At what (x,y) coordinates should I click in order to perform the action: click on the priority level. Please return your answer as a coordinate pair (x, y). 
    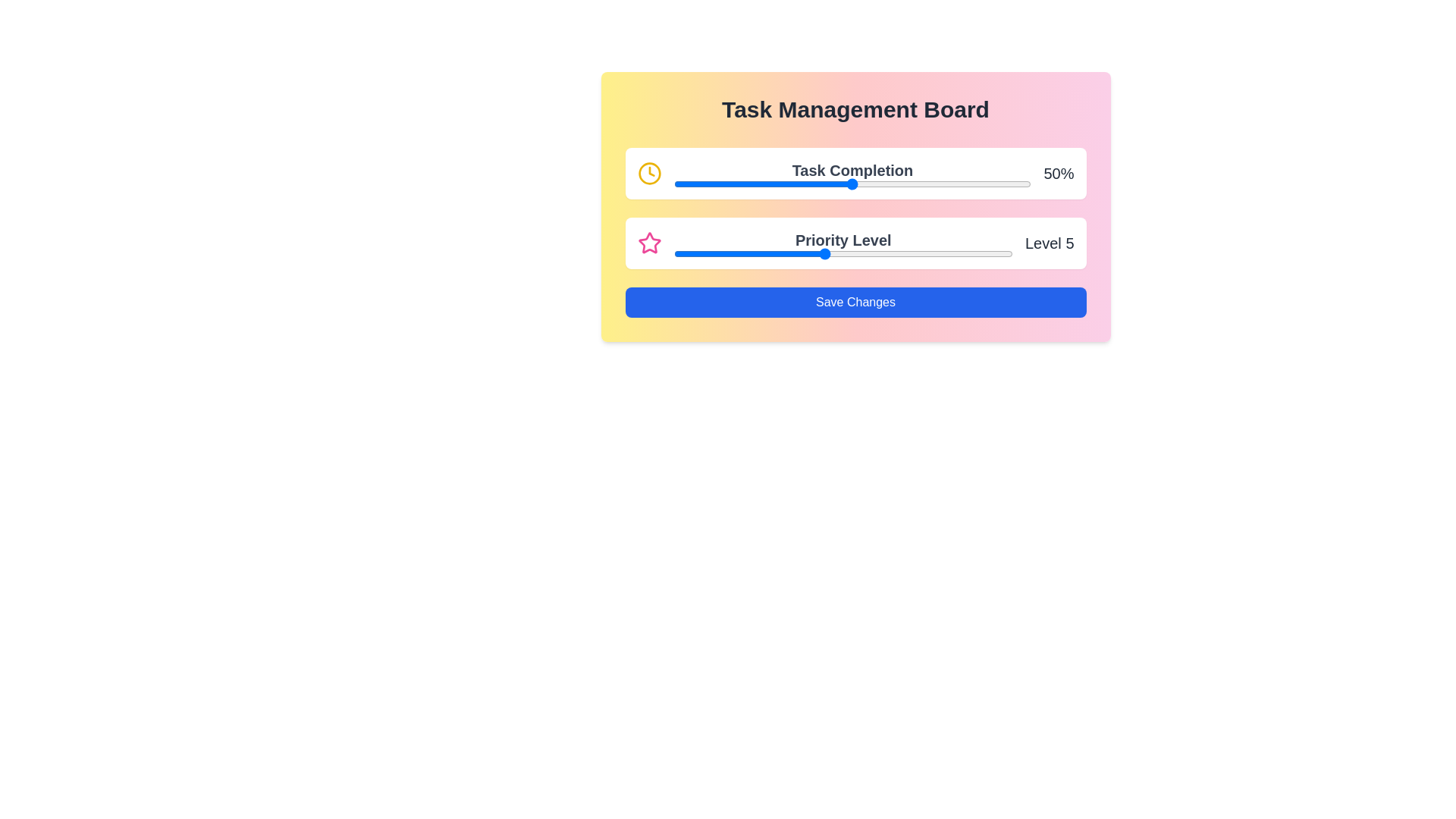
    Looking at the image, I should click on (899, 253).